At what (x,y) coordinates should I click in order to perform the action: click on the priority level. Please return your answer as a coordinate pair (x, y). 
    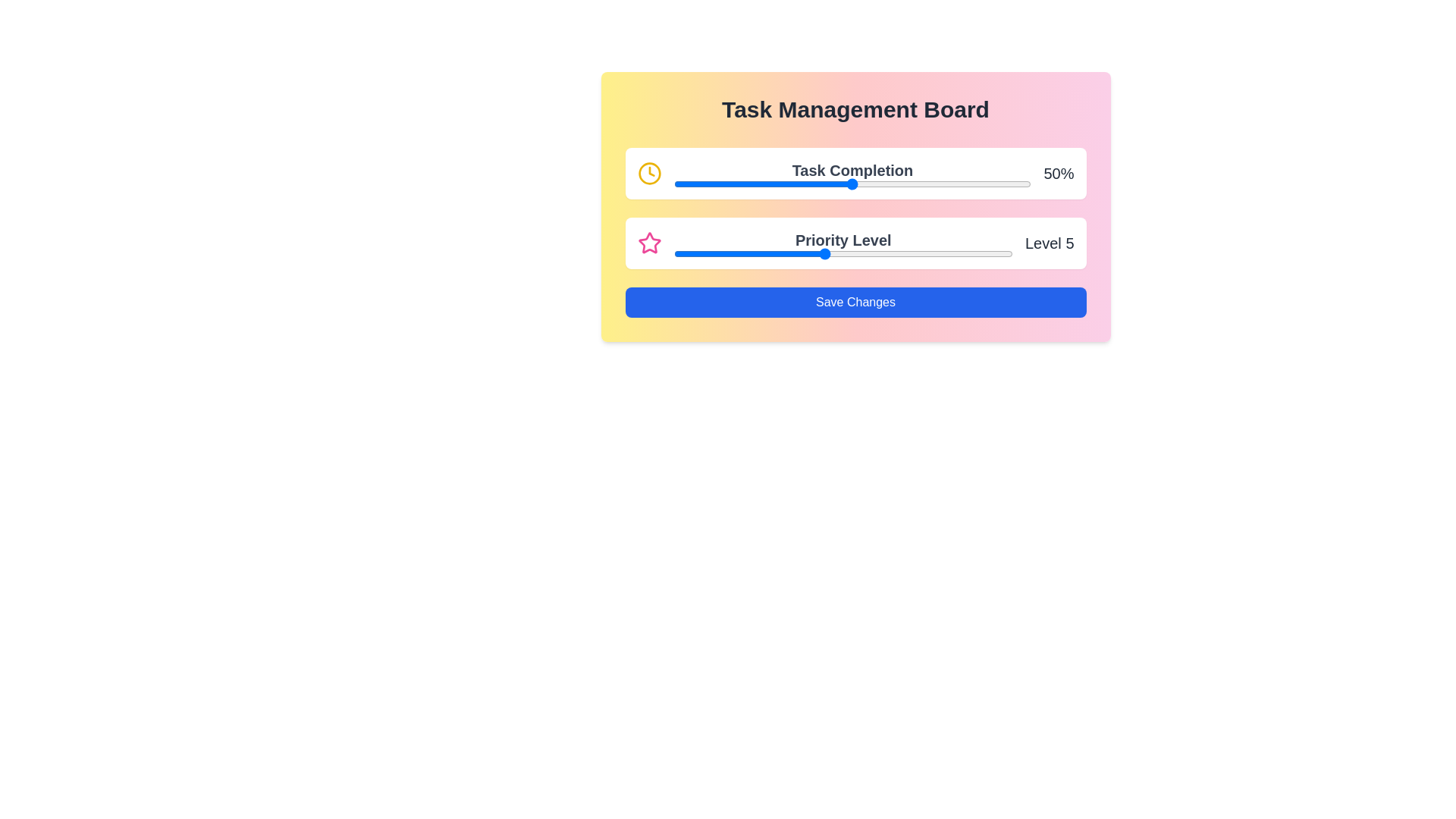
    Looking at the image, I should click on (899, 253).